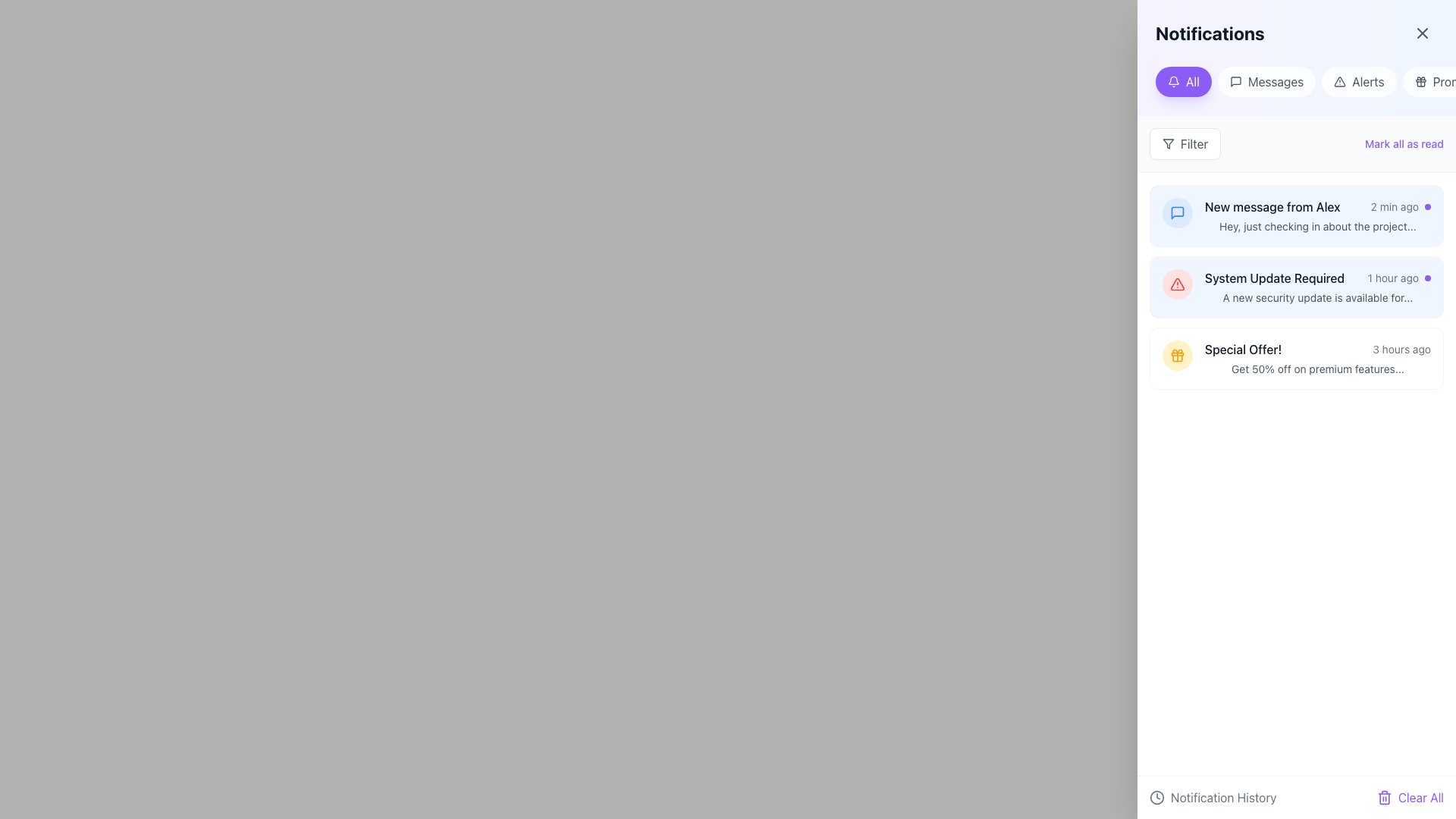  I want to click on the Vertical ellipsis icon that serves as a menu trigger for additional options related to the 'Special Offer' notification, so click(1418, 359).